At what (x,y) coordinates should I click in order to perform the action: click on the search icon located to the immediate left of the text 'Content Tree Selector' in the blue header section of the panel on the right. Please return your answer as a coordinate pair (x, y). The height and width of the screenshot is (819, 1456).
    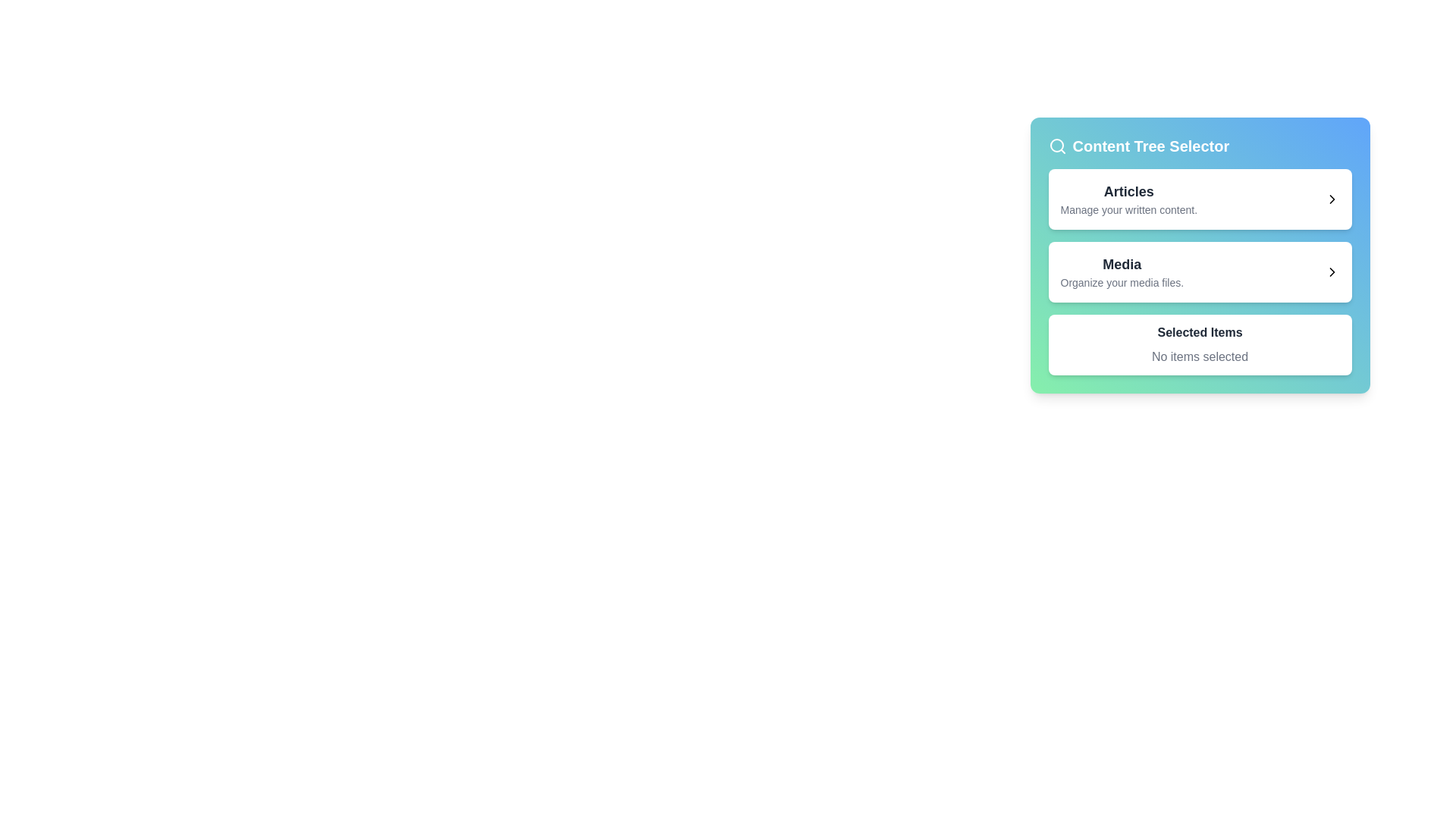
    Looking at the image, I should click on (1056, 146).